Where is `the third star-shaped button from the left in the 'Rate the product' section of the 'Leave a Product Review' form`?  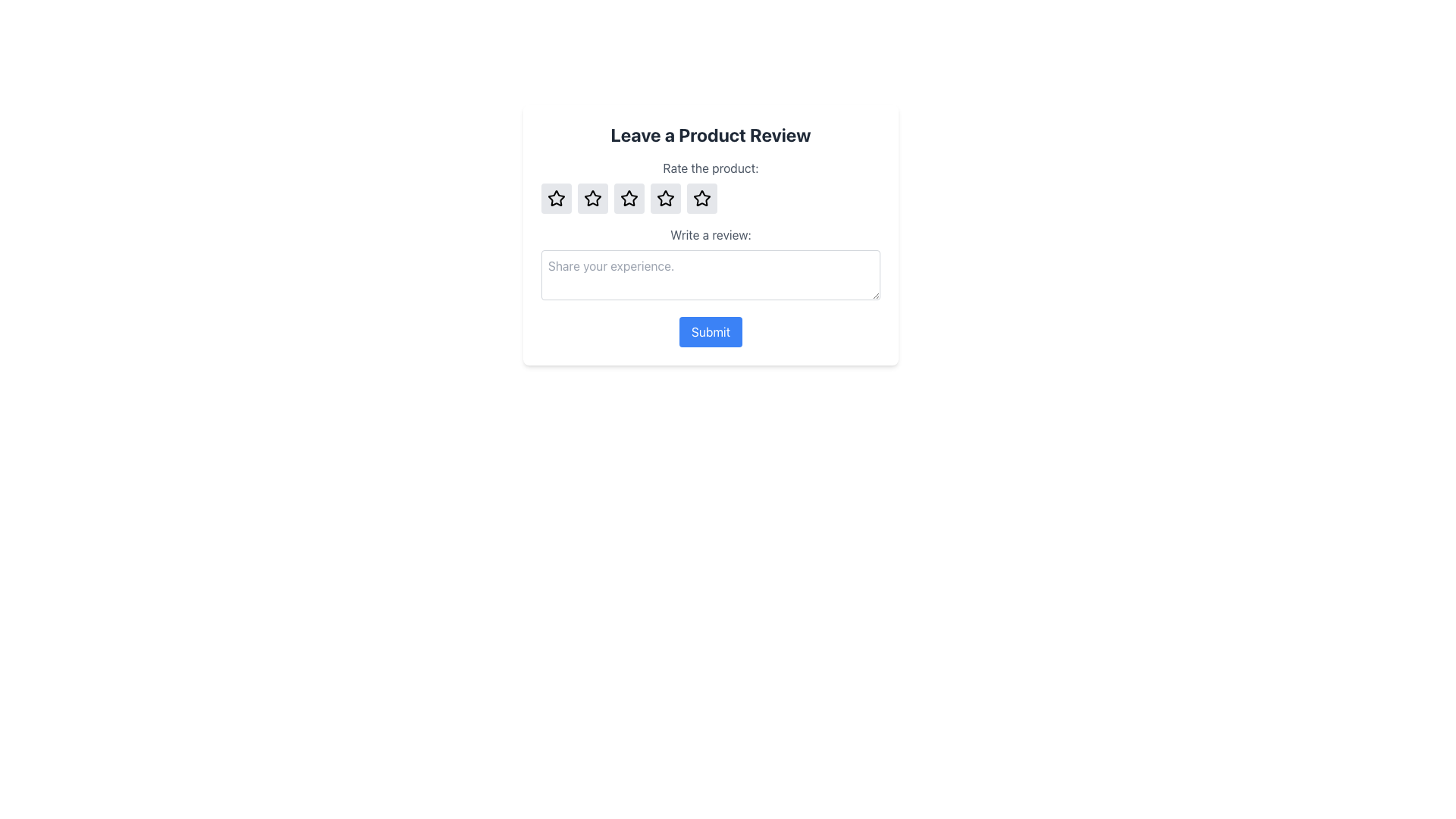 the third star-shaped button from the left in the 'Rate the product' section of the 'Leave a Product Review' form is located at coordinates (592, 198).